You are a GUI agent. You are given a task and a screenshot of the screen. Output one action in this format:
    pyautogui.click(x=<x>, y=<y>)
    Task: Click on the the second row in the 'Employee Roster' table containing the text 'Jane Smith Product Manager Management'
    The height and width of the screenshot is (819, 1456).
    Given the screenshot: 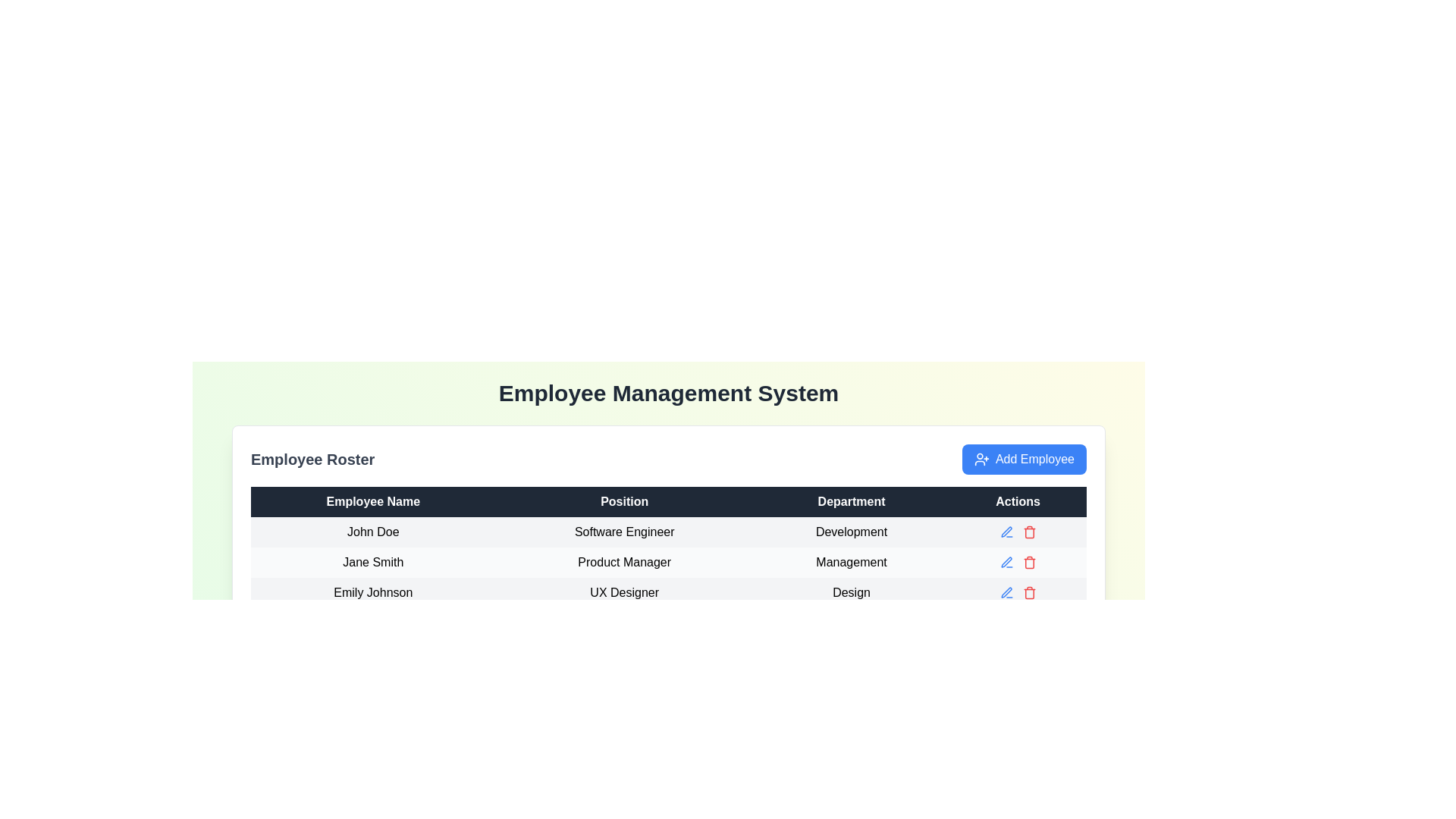 What is the action you would take?
    pyautogui.click(x=668, y=562)
    